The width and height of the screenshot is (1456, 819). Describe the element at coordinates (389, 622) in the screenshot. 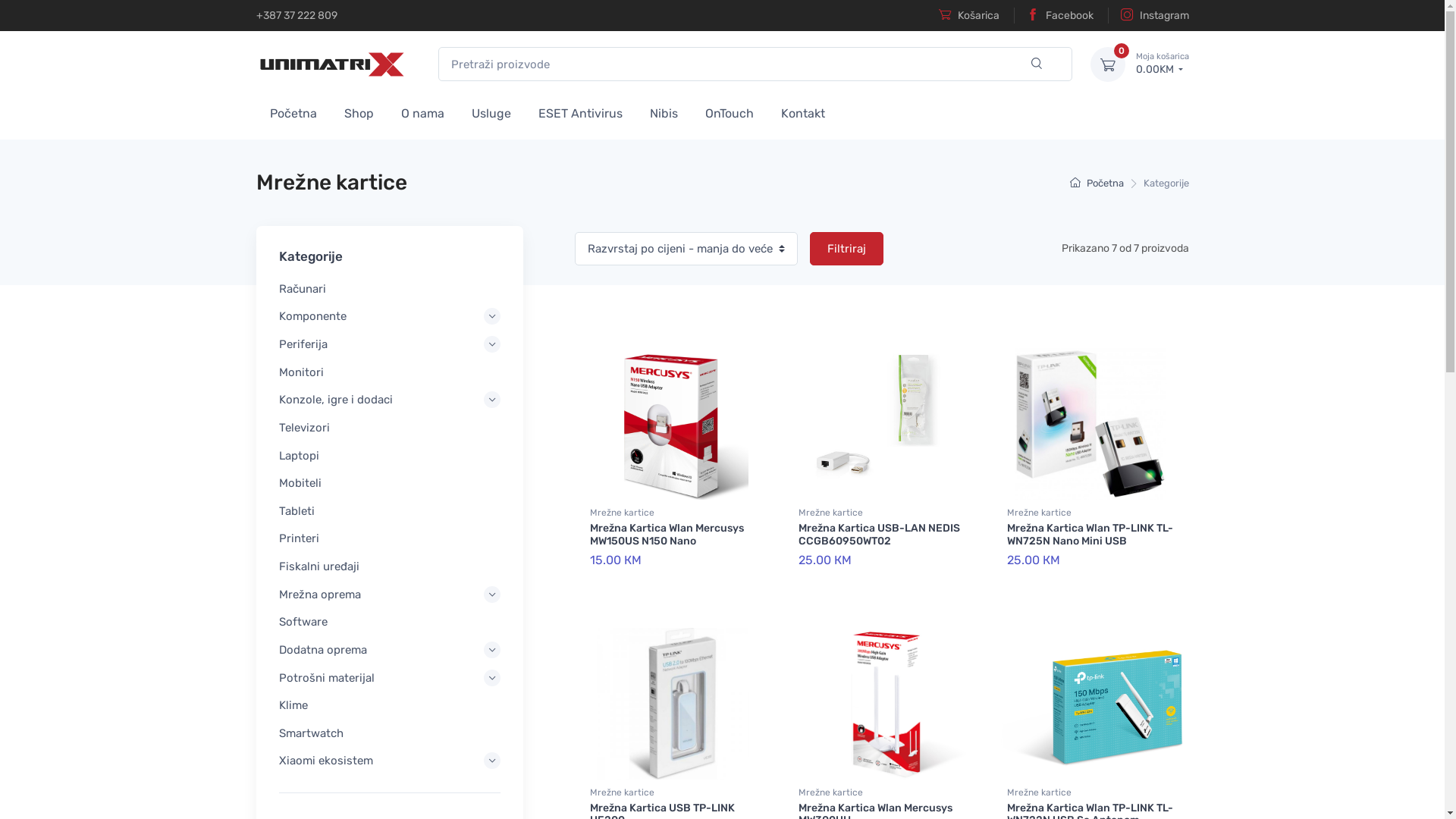

I see `'Software'` at that location.